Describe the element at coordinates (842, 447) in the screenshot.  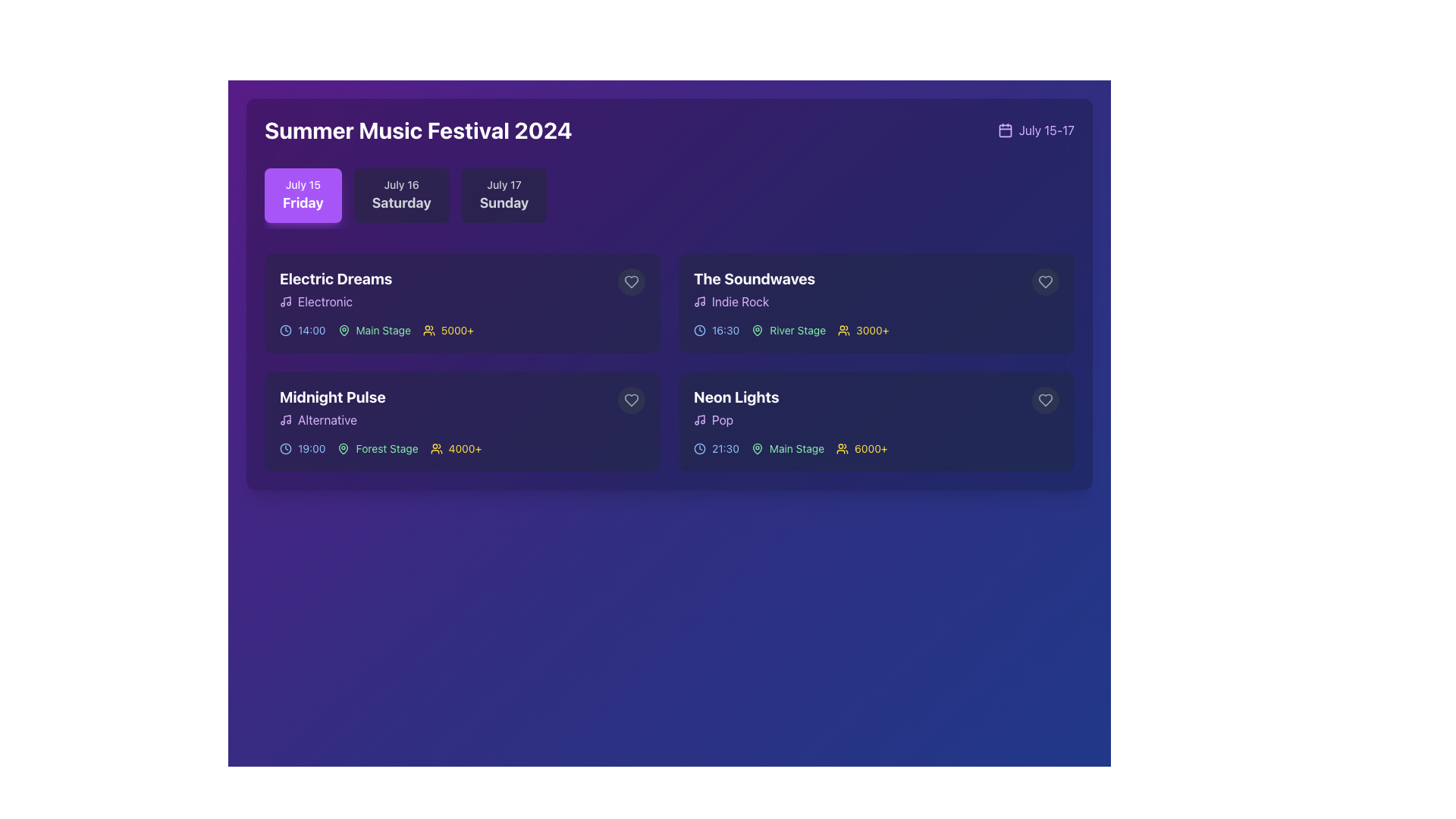
I see `the icon representing a group of individuals located within the 'Neon Lights' card, immediately to the left of the text '6000+'` at that location.